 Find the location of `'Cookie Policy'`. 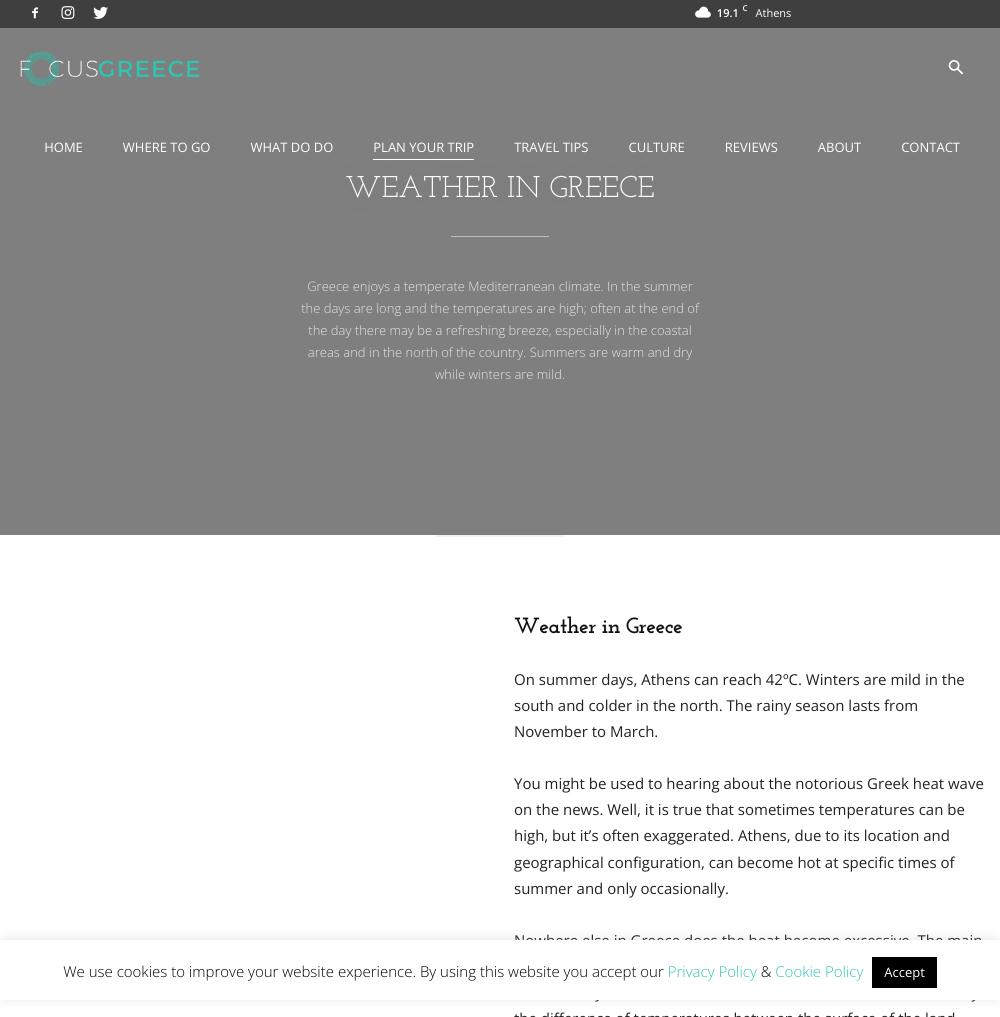

'Cookie Policy' is located at coordinates (775, 972).